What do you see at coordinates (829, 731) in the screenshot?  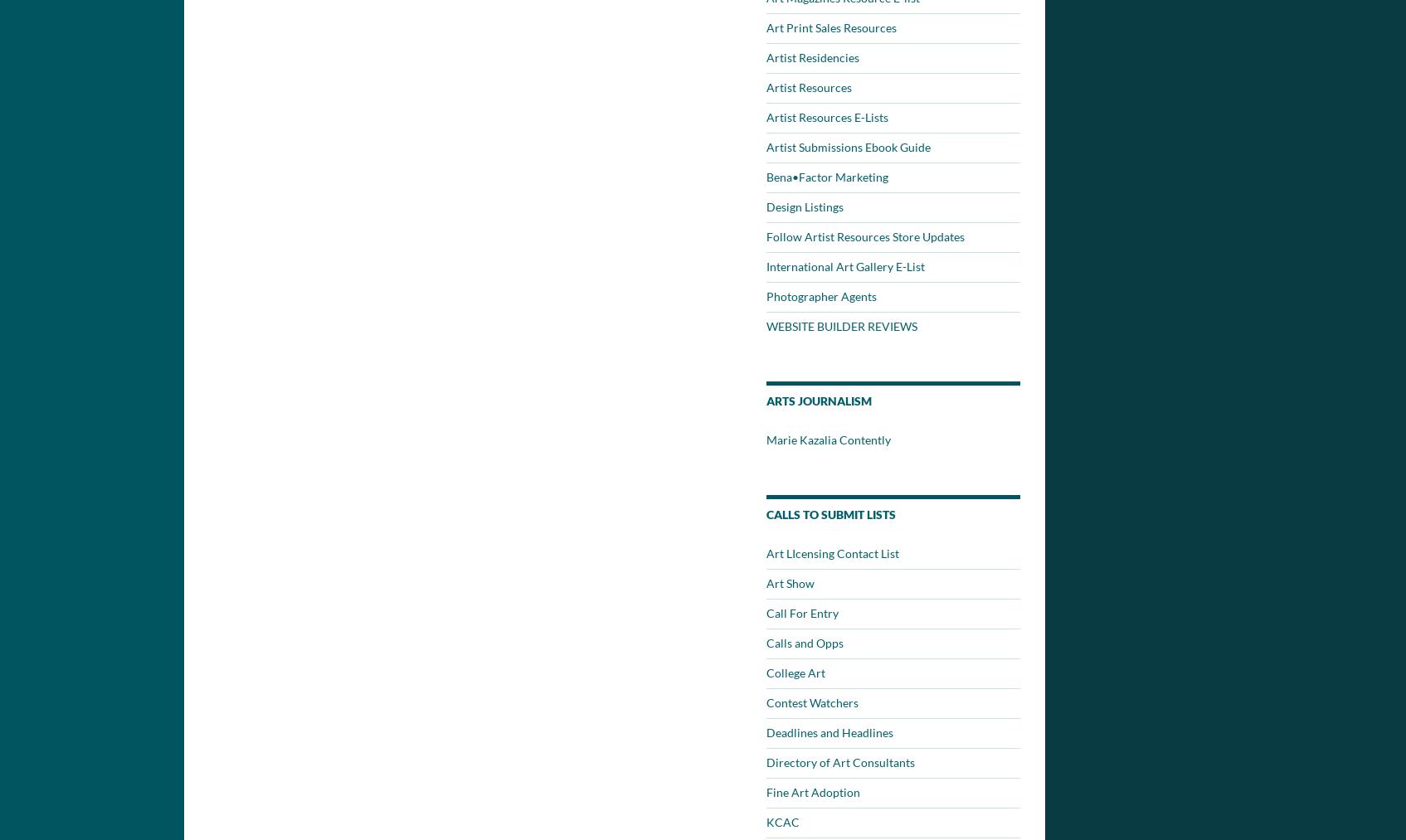 I see `'Deadlines and Headlines'` at bounding box center [829, 731].